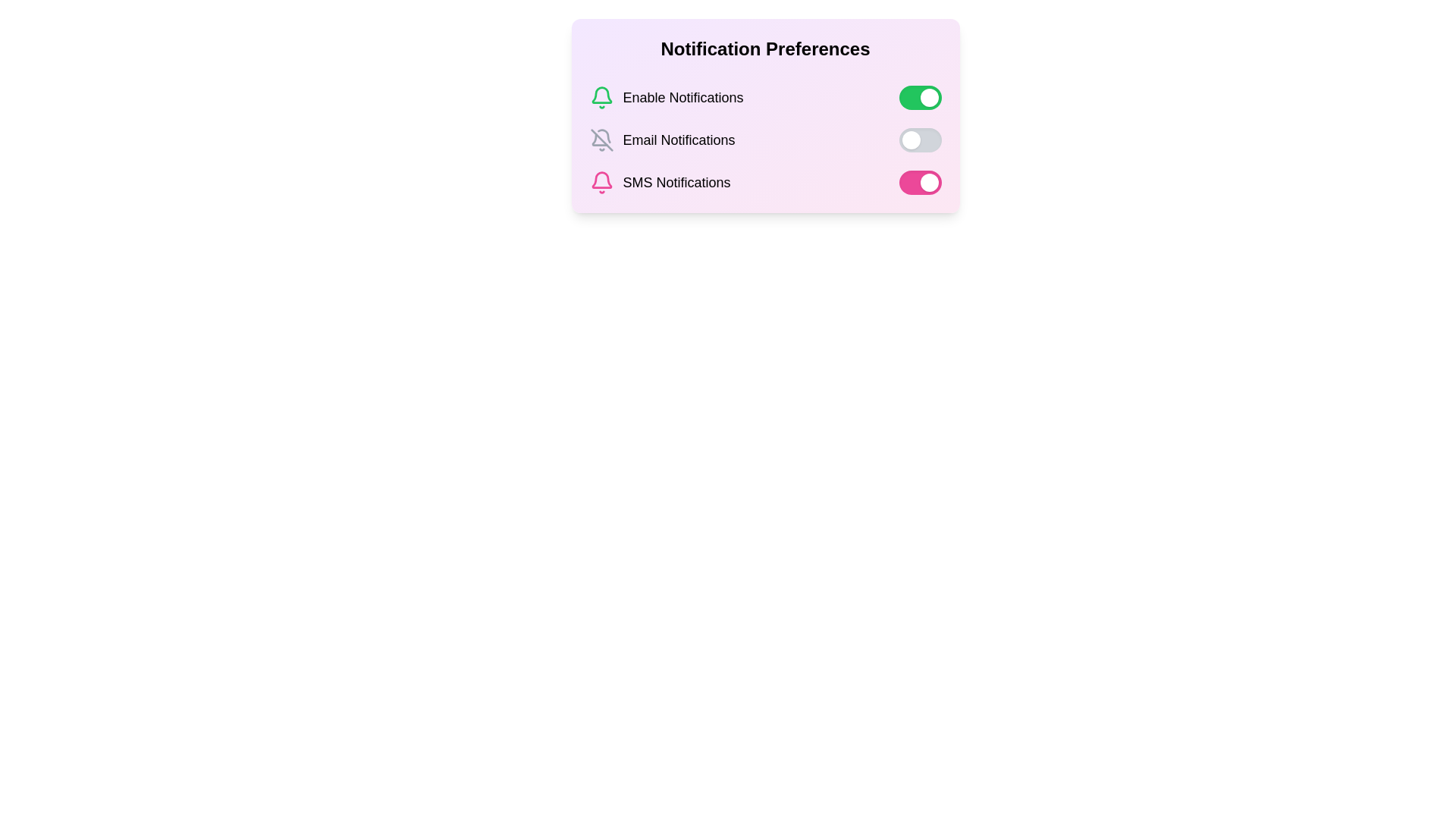 This screenshot has height=819, width=1456. I want to click on the text 'SMS Notifications' located in the notification preferences section, which is displayed in a bold black font adjacent to a pink bell icon, for copying, so click(676, 181).